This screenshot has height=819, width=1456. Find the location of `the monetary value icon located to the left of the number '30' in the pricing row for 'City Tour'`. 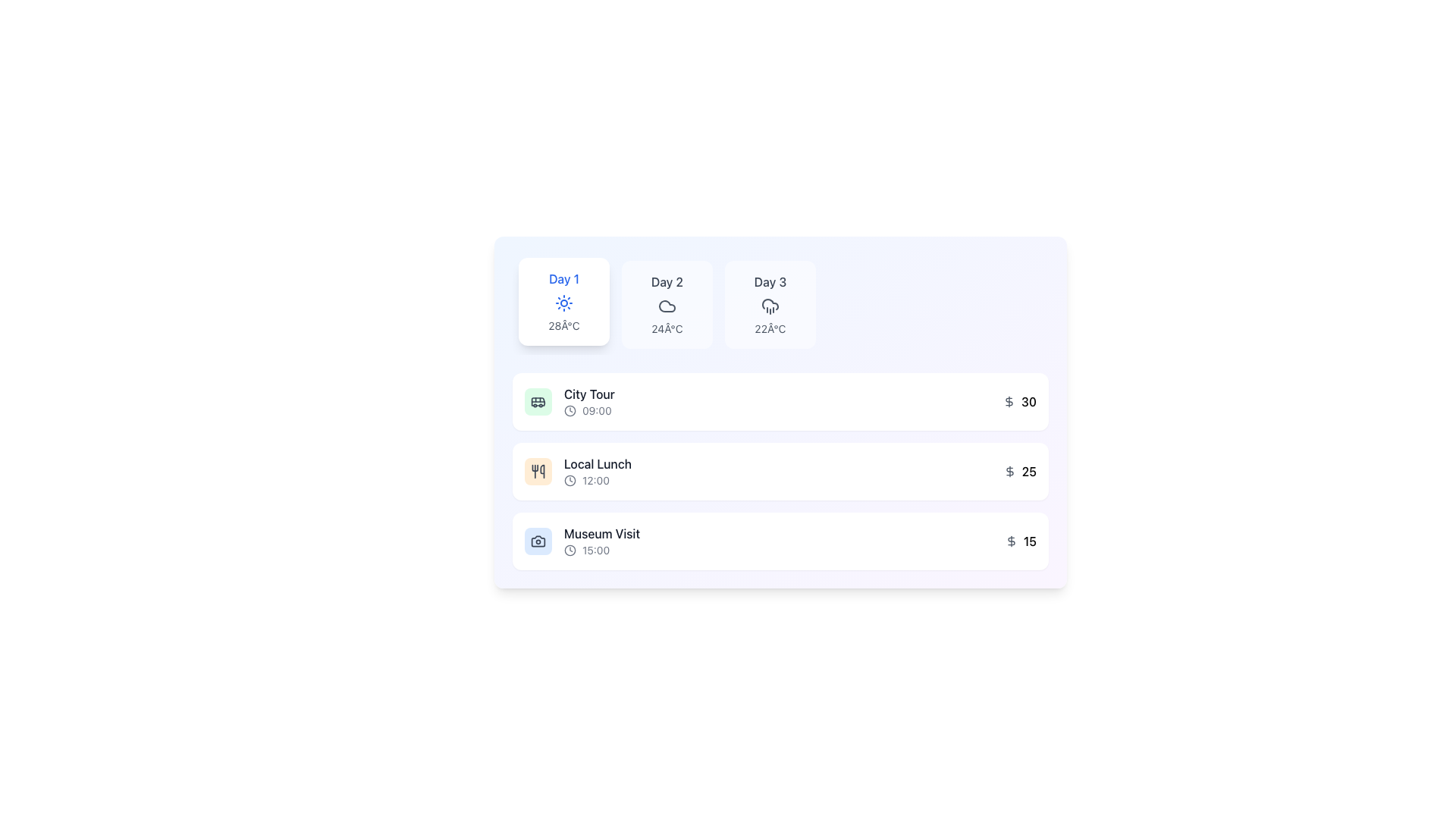

the monetary value icon located to the left of the number '30' in the pricing row for 'City Tour' is located at coordinates (1009, 400).